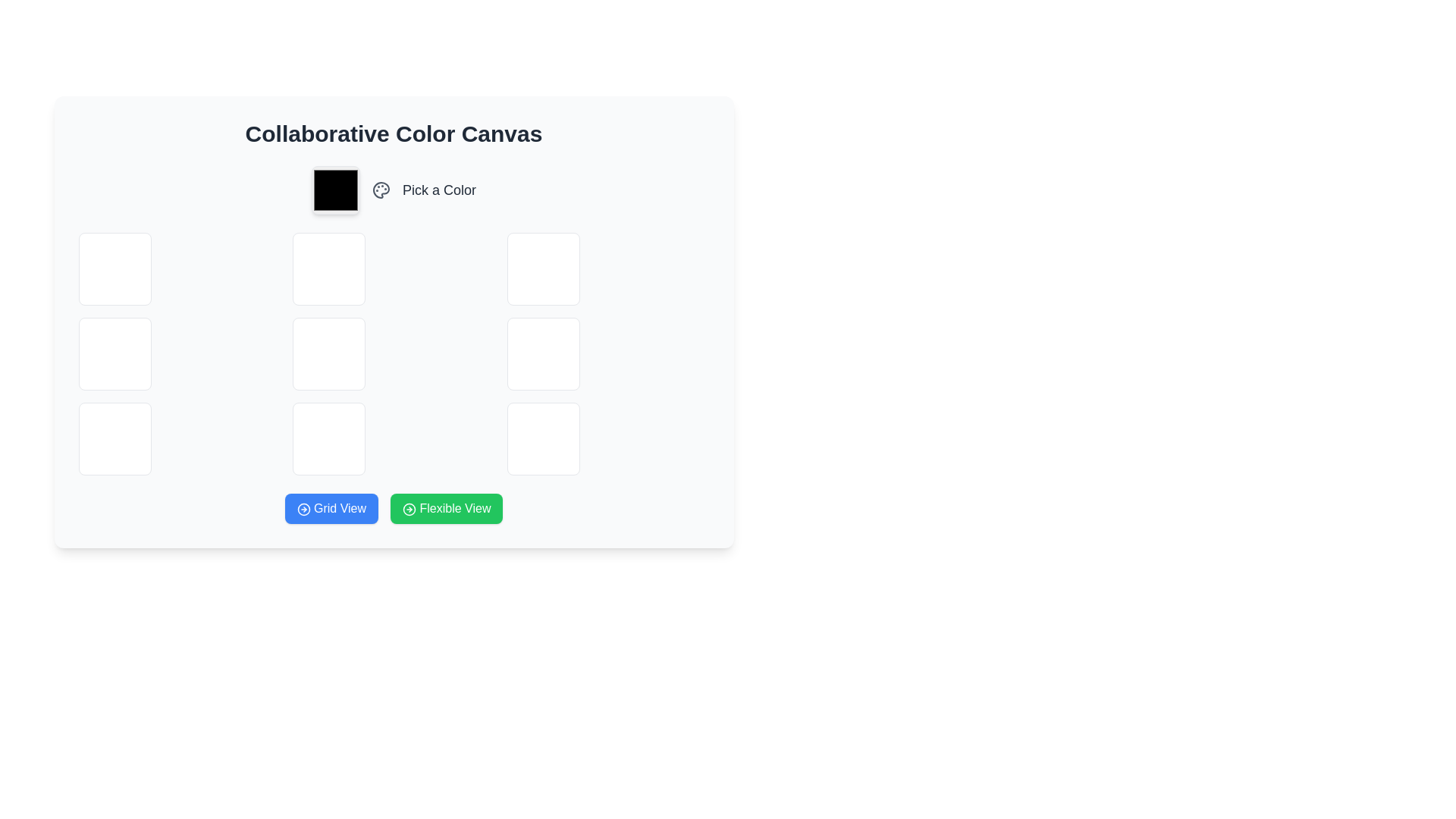  Describe the element at coordinates (328, 268) in the screenshot. I see `the middle square grid item in the first row of a 3x3 grid layout` at that location.